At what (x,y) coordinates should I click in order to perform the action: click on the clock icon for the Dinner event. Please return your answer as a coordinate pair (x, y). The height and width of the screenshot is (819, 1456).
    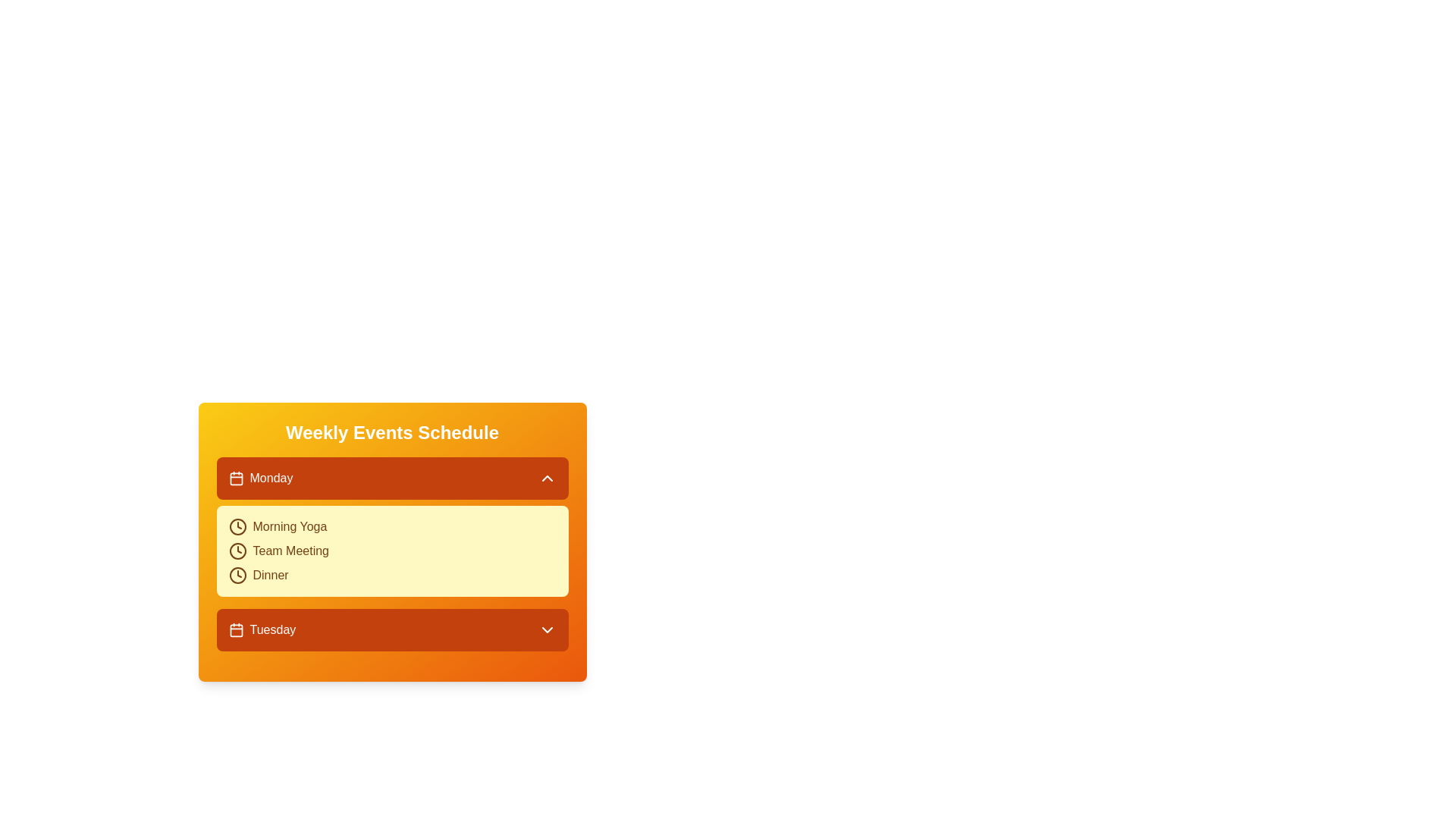
    Looking at the image, I should click on (237, 576).